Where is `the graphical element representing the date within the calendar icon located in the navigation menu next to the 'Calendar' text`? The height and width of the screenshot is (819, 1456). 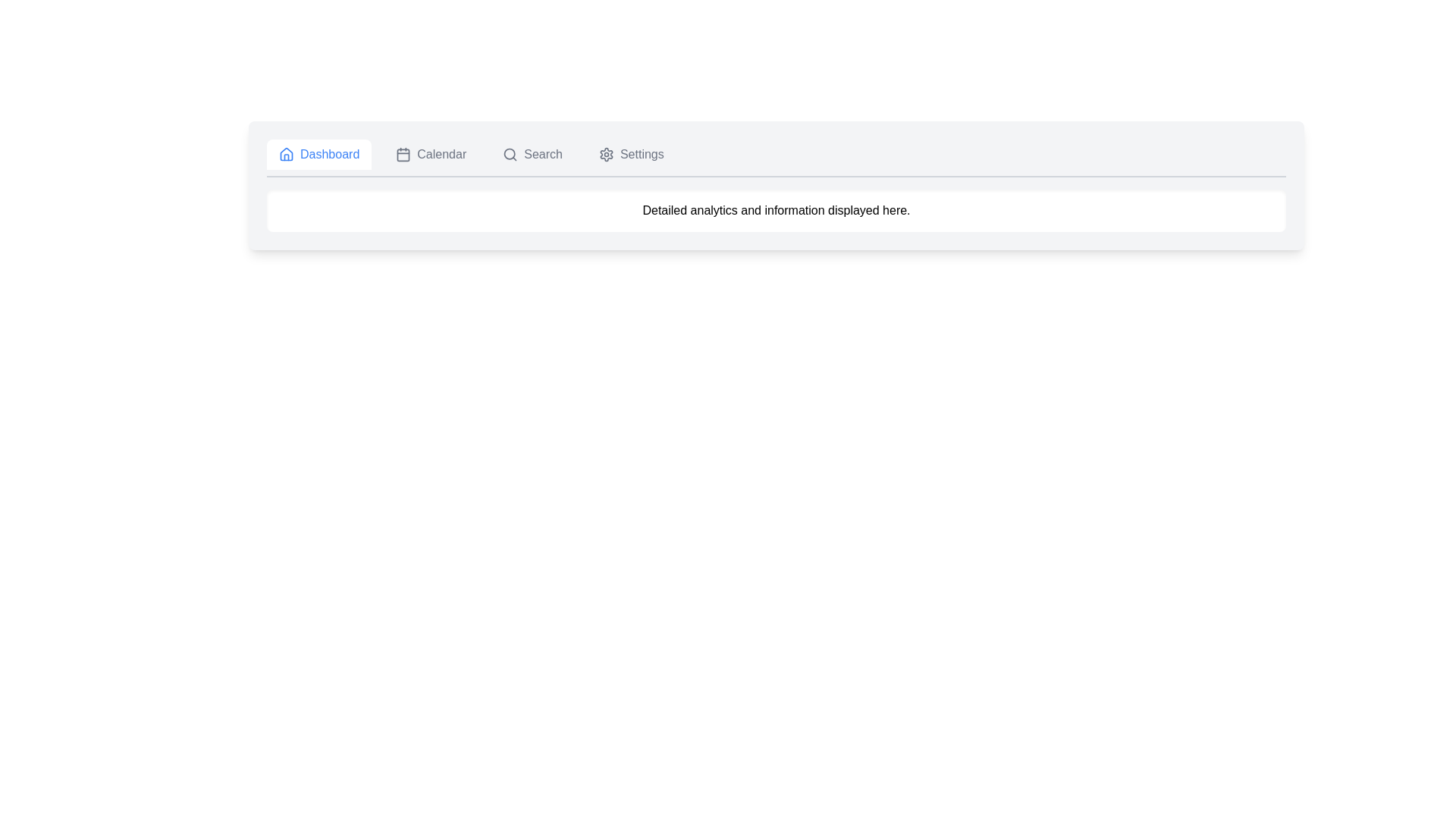 the graphical element representing the date within the calendar icon located in the navigation menu next to the 'Calendar' text is located at coordinates (403, 155).